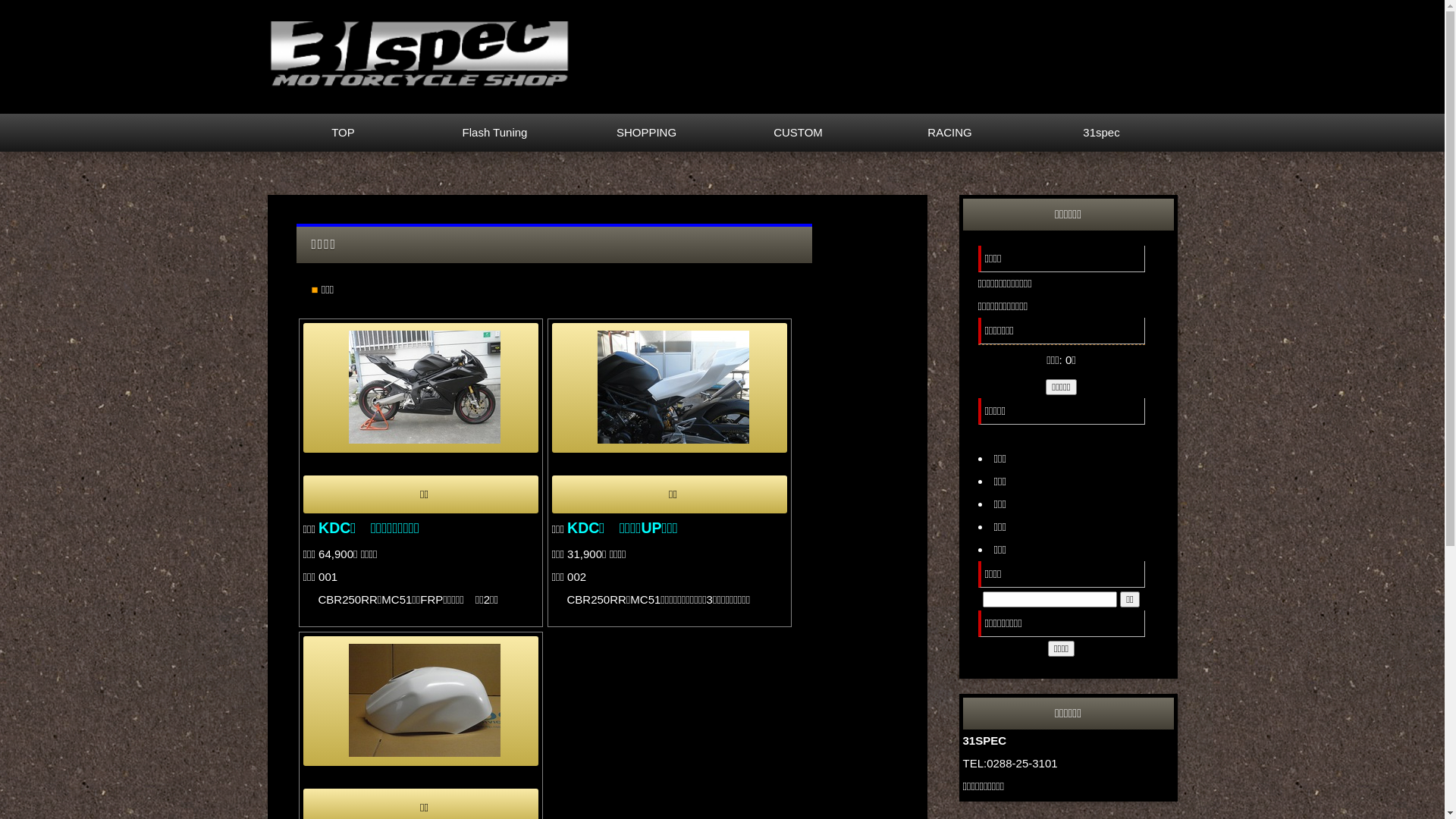 The width and height of the screenshot is (1456, 819). What do you see at coordinates (494, 131) in the screenshot?
I see `'Flash Tuning'` at bounding box center [494, 131].